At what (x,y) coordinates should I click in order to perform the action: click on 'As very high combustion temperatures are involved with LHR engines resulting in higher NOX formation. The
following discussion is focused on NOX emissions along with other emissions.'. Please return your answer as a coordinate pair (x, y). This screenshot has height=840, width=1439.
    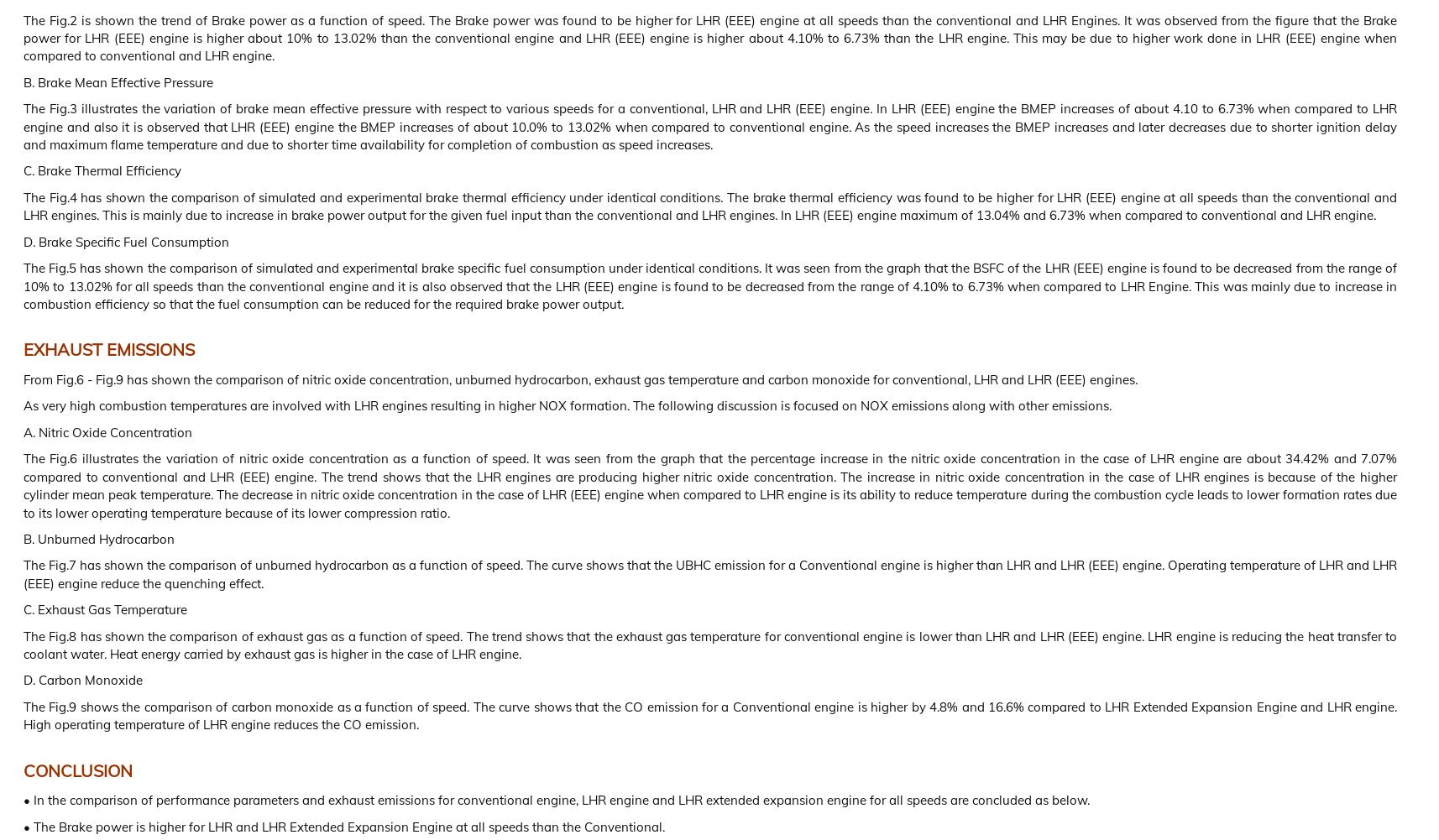
    Looking at the image, I should click on (567, 405).